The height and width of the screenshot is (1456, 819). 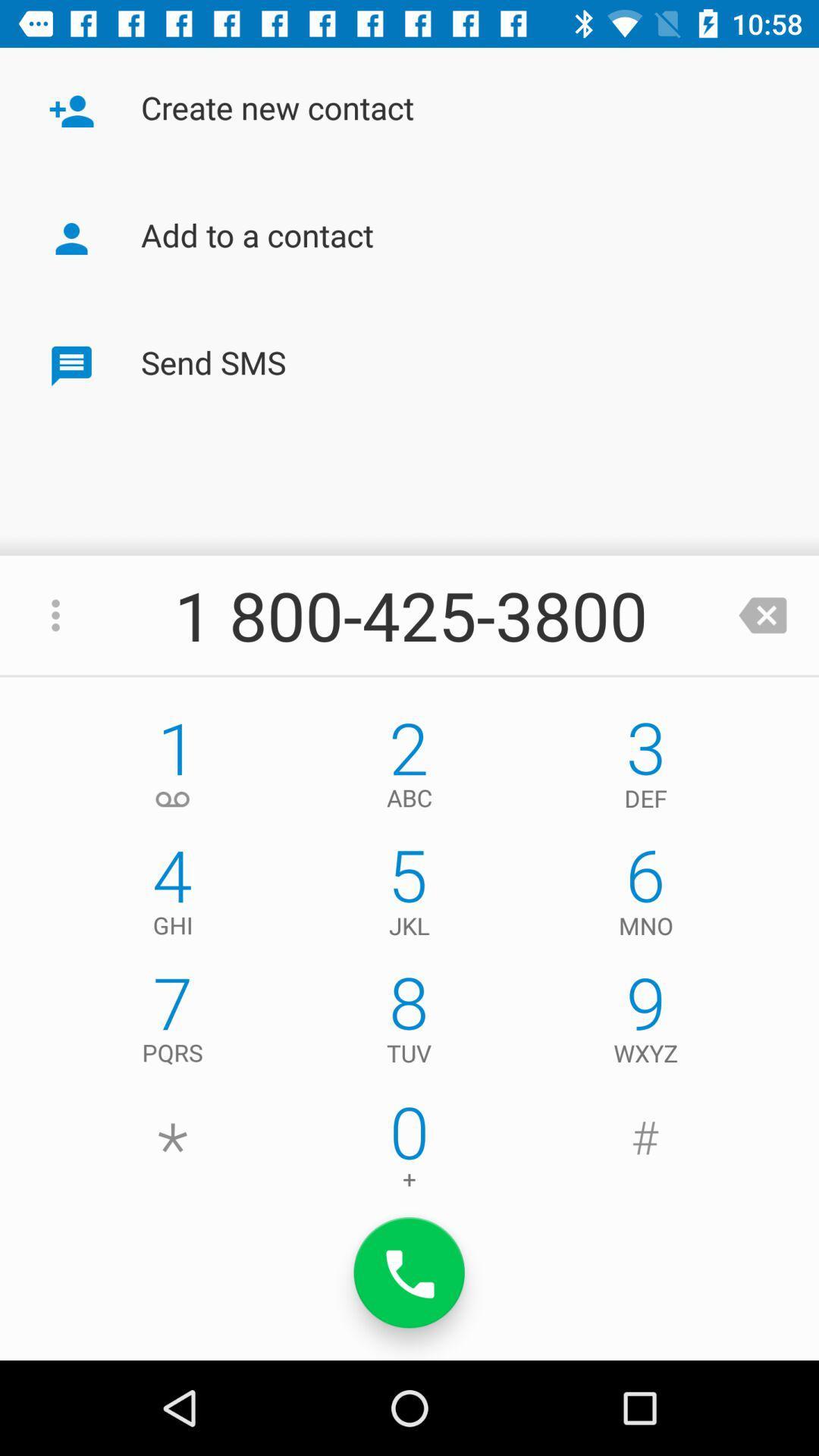 What do you see at coordinates (171, 1150) in the screenshot?
I see `the symbol which is to the immediate left of the 0 in the dial pad` at bounding box center [171, 1150].